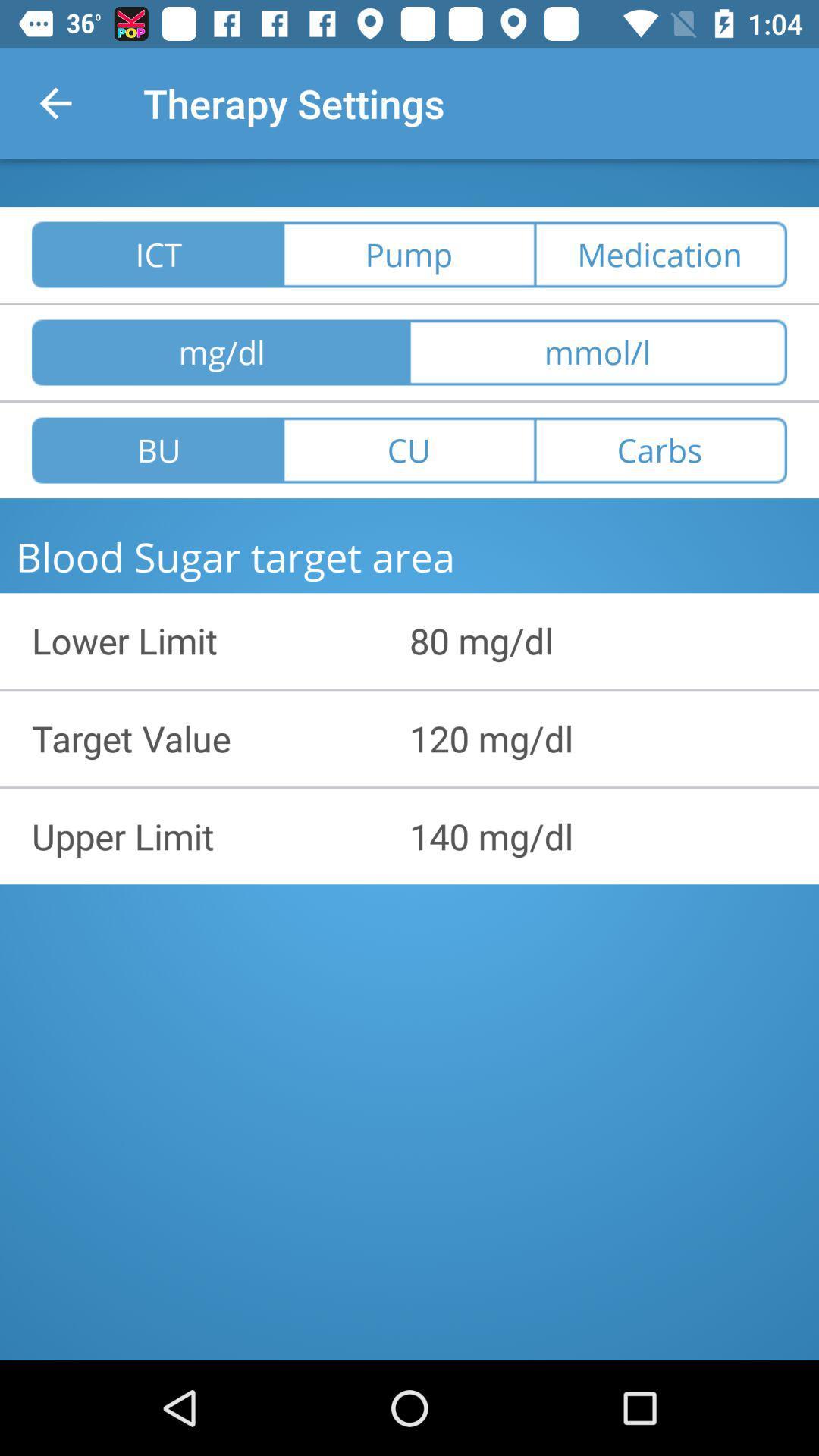 The width and height of the screenshot is (819, 1456). Describe the element at coordinates (157, 450) in the screenshot. I see `bu` at that location.